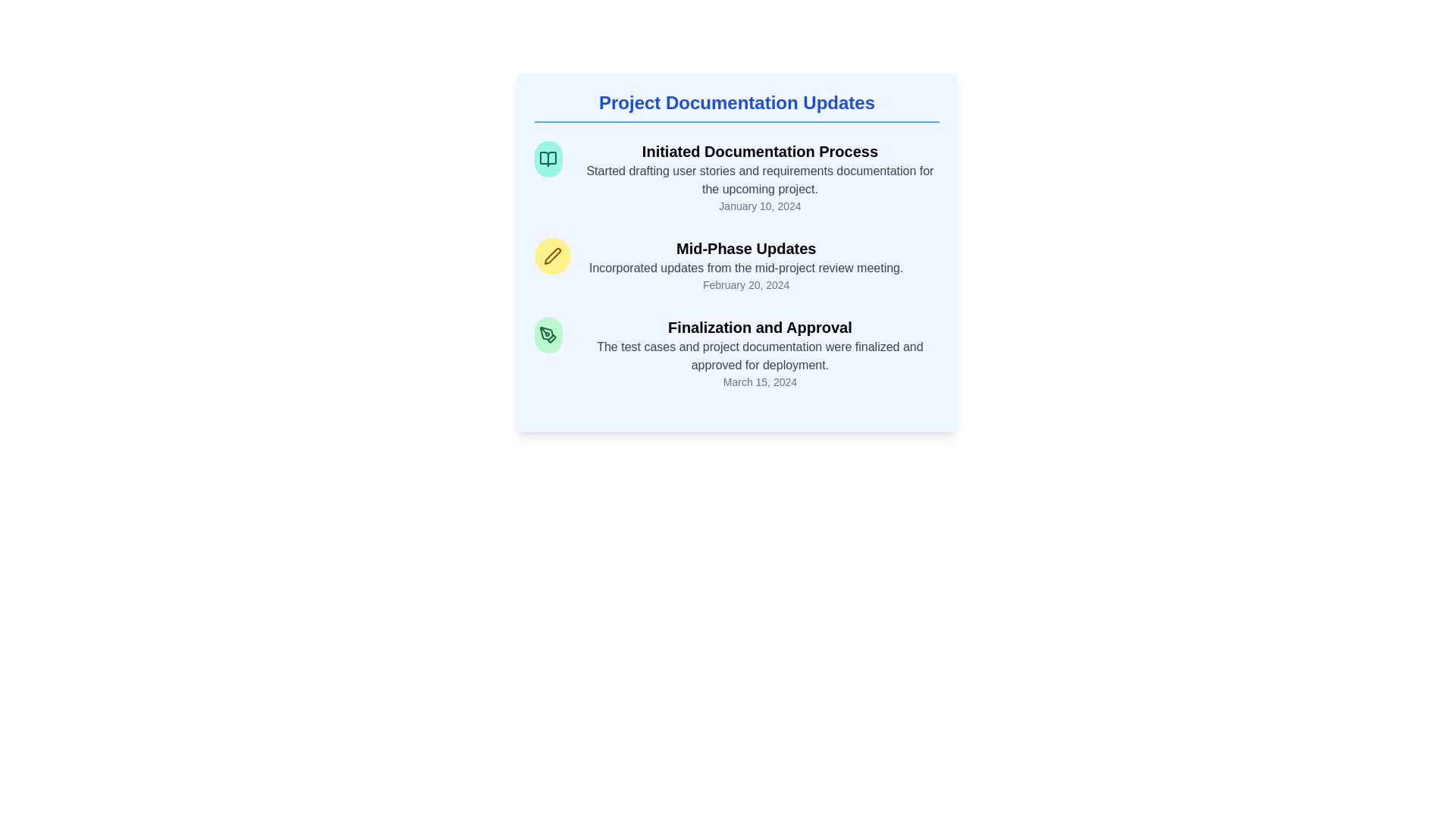 Image resolution: width=1456 pixels, height=819 pixels. What do you see at coordinates (746, 247) in the screenshot?
I see `the text label displaying 'Mid-Phase Updates', which is a large, bold heading positioned centrally within its card-like section, located between the sections labeled 'Initiated Documentation Process' and 'Finalization and Approval'` at bounding box center [746, 247].